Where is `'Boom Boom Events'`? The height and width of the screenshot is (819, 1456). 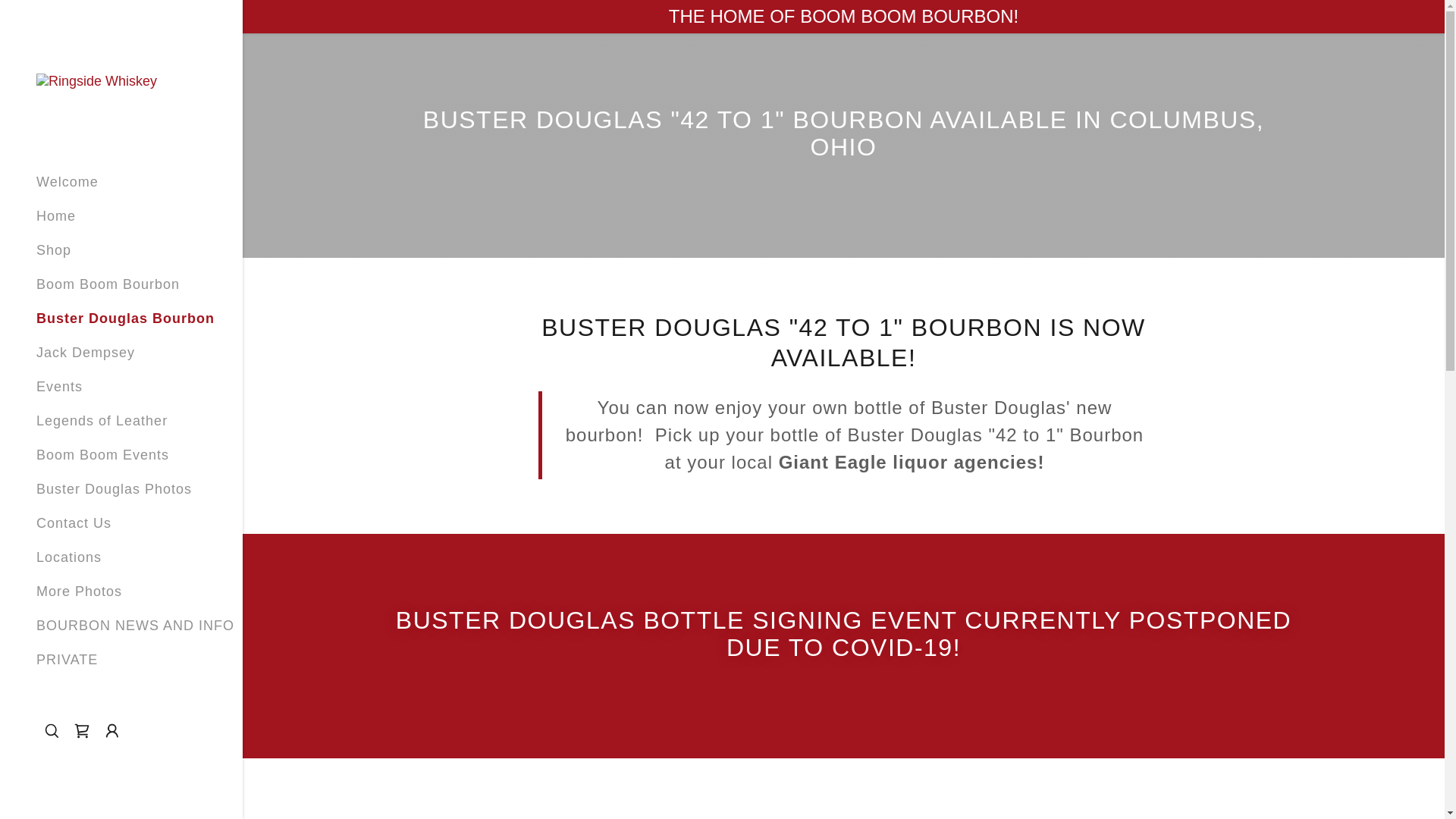
'Boom Boom Events' is located at coordinates (36, 454).